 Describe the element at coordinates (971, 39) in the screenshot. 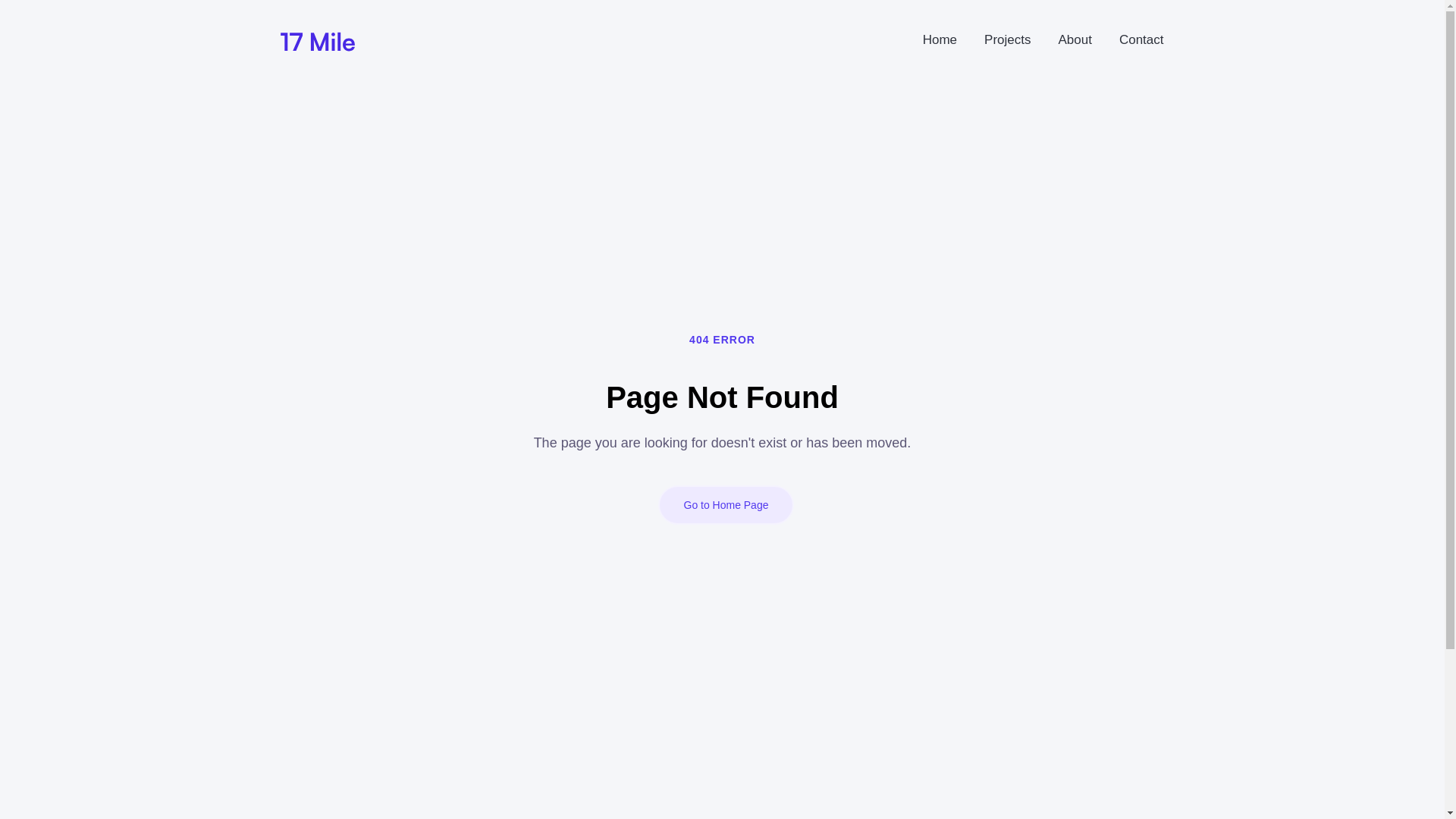

I see `'Projects'` at that location.